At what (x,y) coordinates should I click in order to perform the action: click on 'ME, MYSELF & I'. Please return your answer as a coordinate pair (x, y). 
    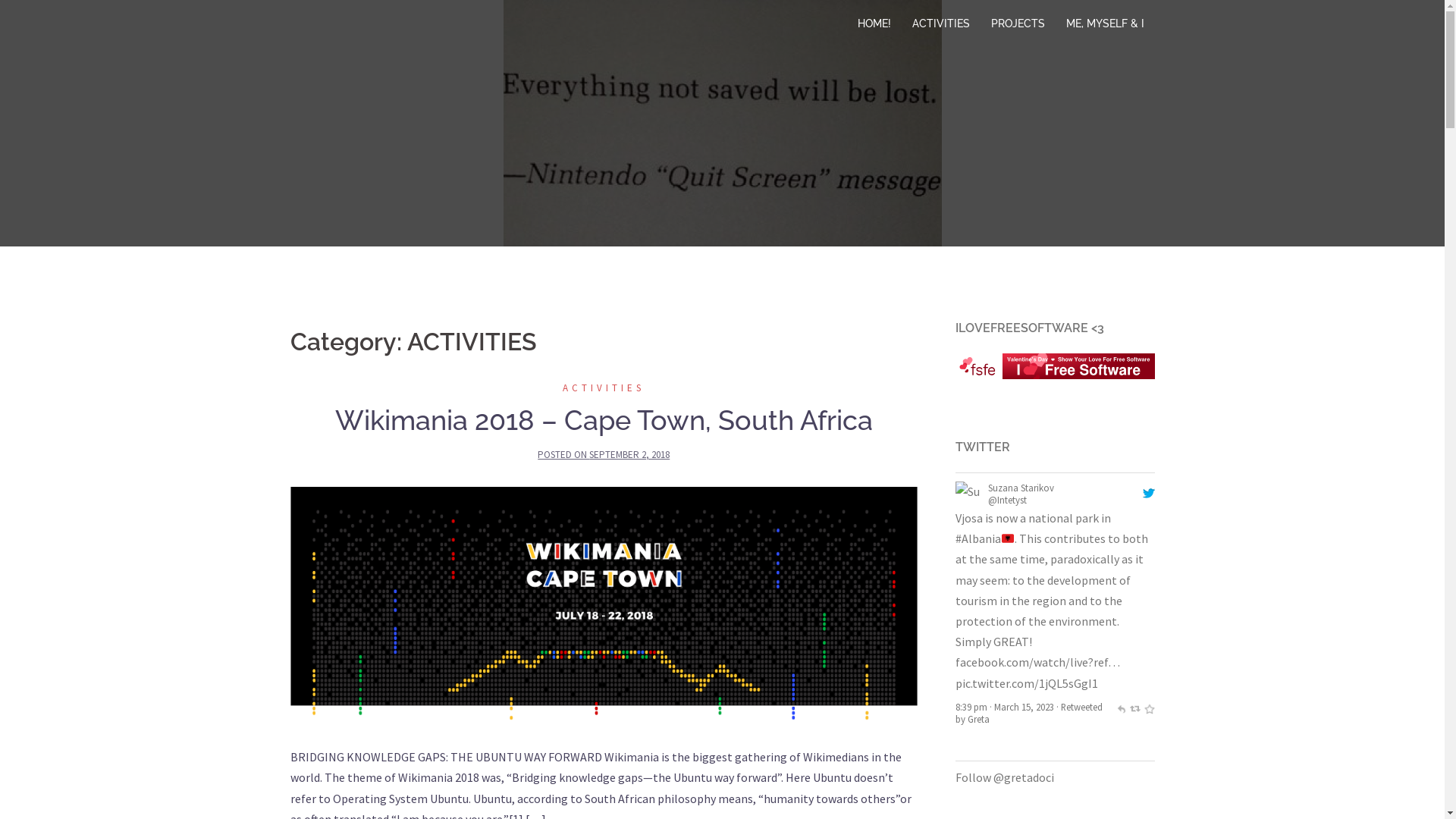
    Looking at the image, I should click on (1105, 24).